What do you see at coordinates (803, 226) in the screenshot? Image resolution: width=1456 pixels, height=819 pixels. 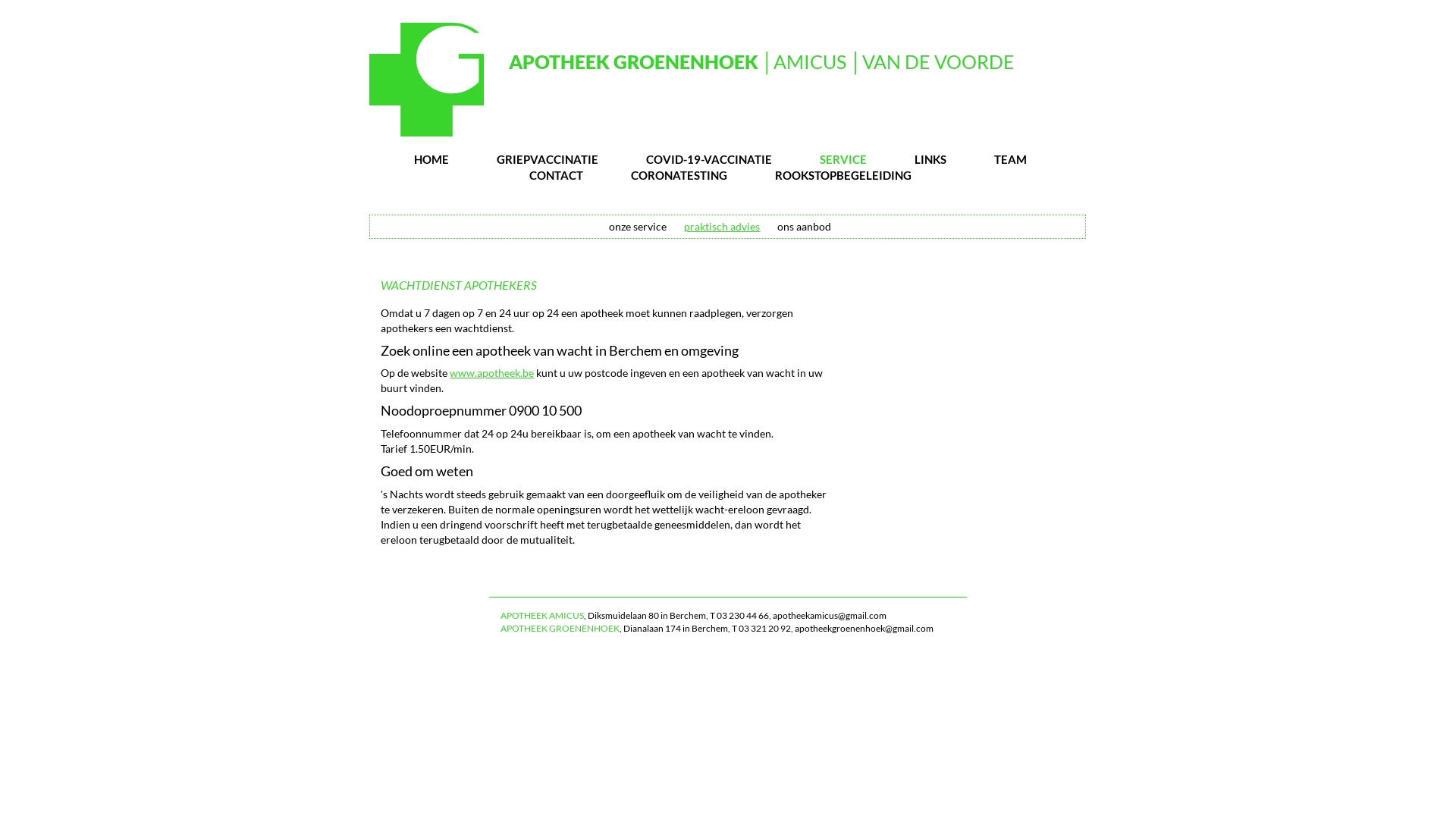 I see `'ons aanbod'` at bounding box center [803, 226].